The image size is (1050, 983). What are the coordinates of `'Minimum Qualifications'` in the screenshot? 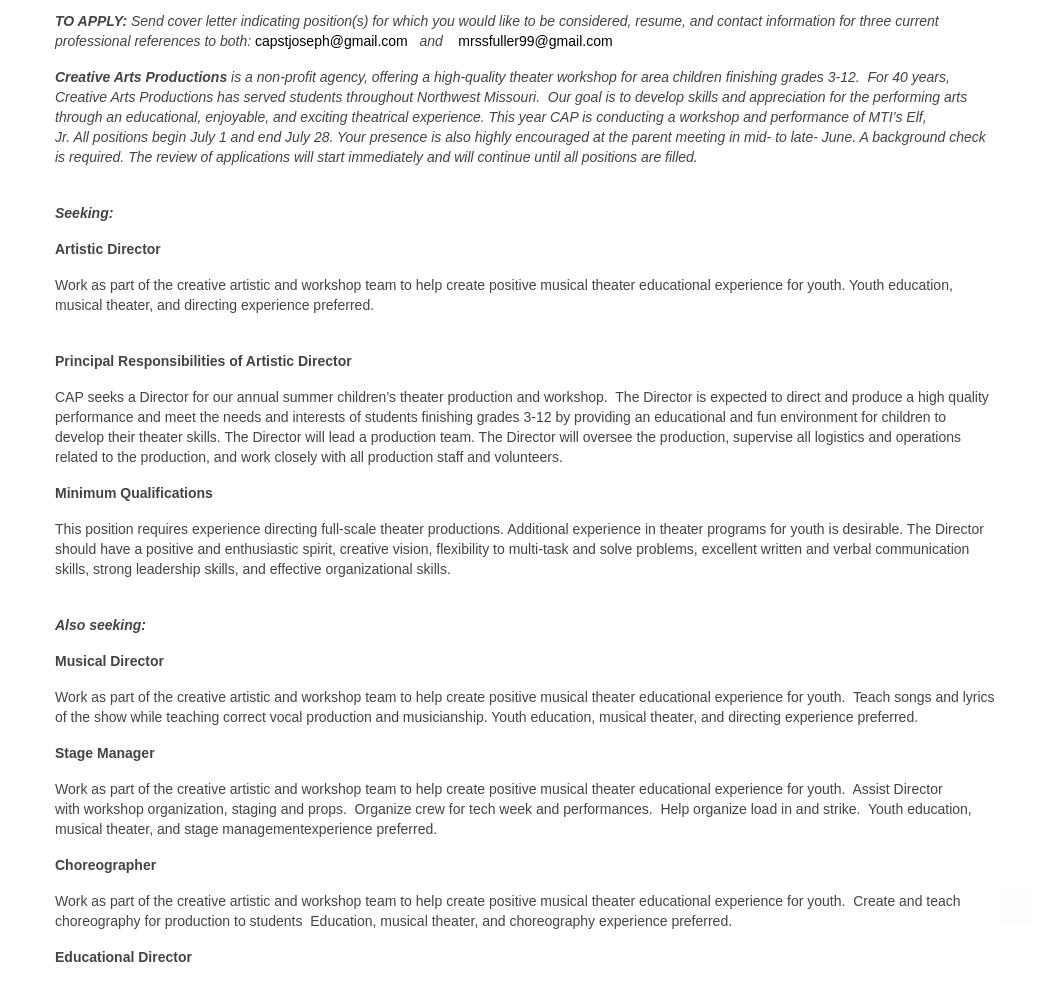 It's located at (54, 491).